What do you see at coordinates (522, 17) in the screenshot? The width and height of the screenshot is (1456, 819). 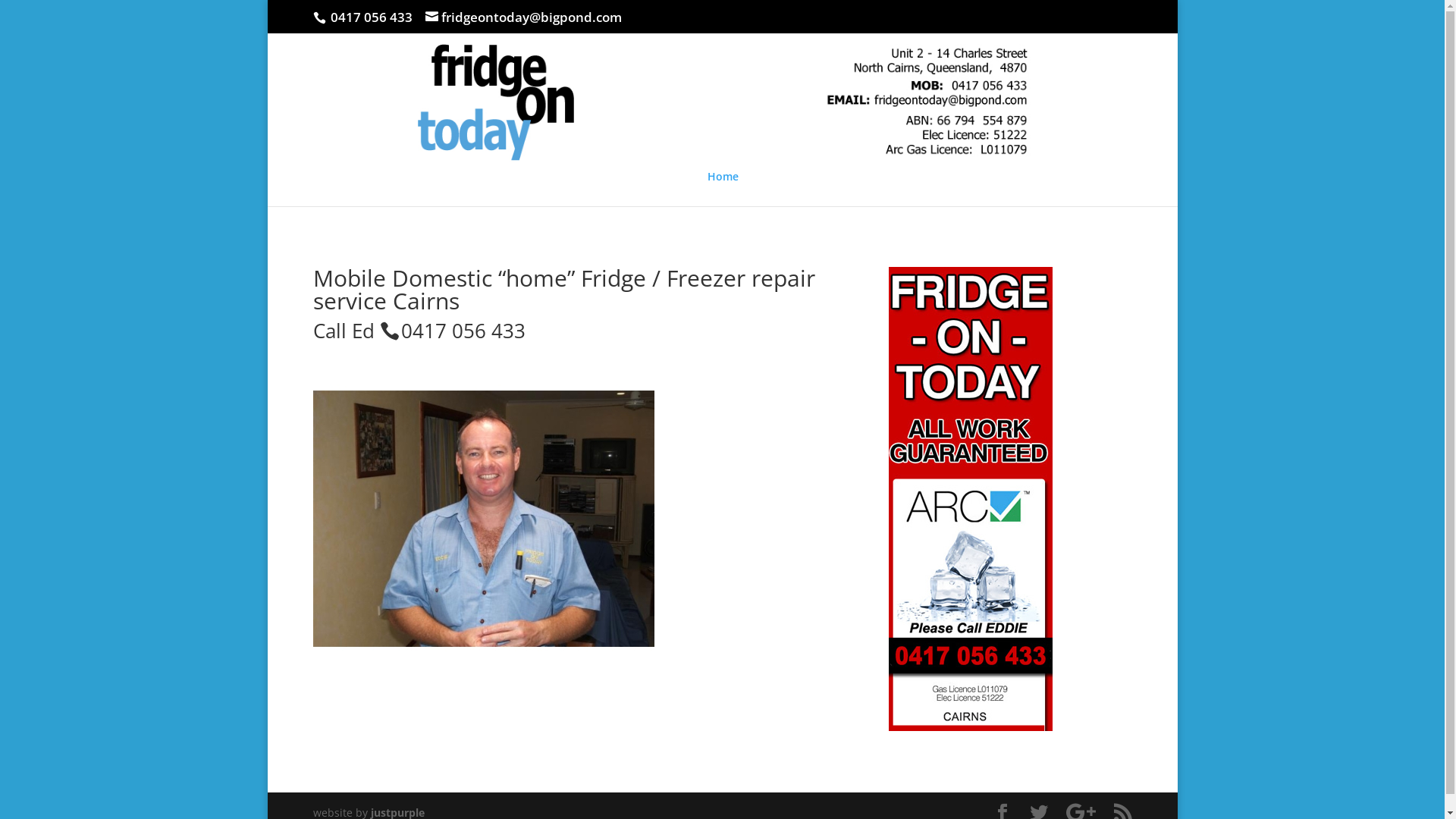 I see `'fridgeontoday@bigpond.com'` at bounding box center [522, 17].